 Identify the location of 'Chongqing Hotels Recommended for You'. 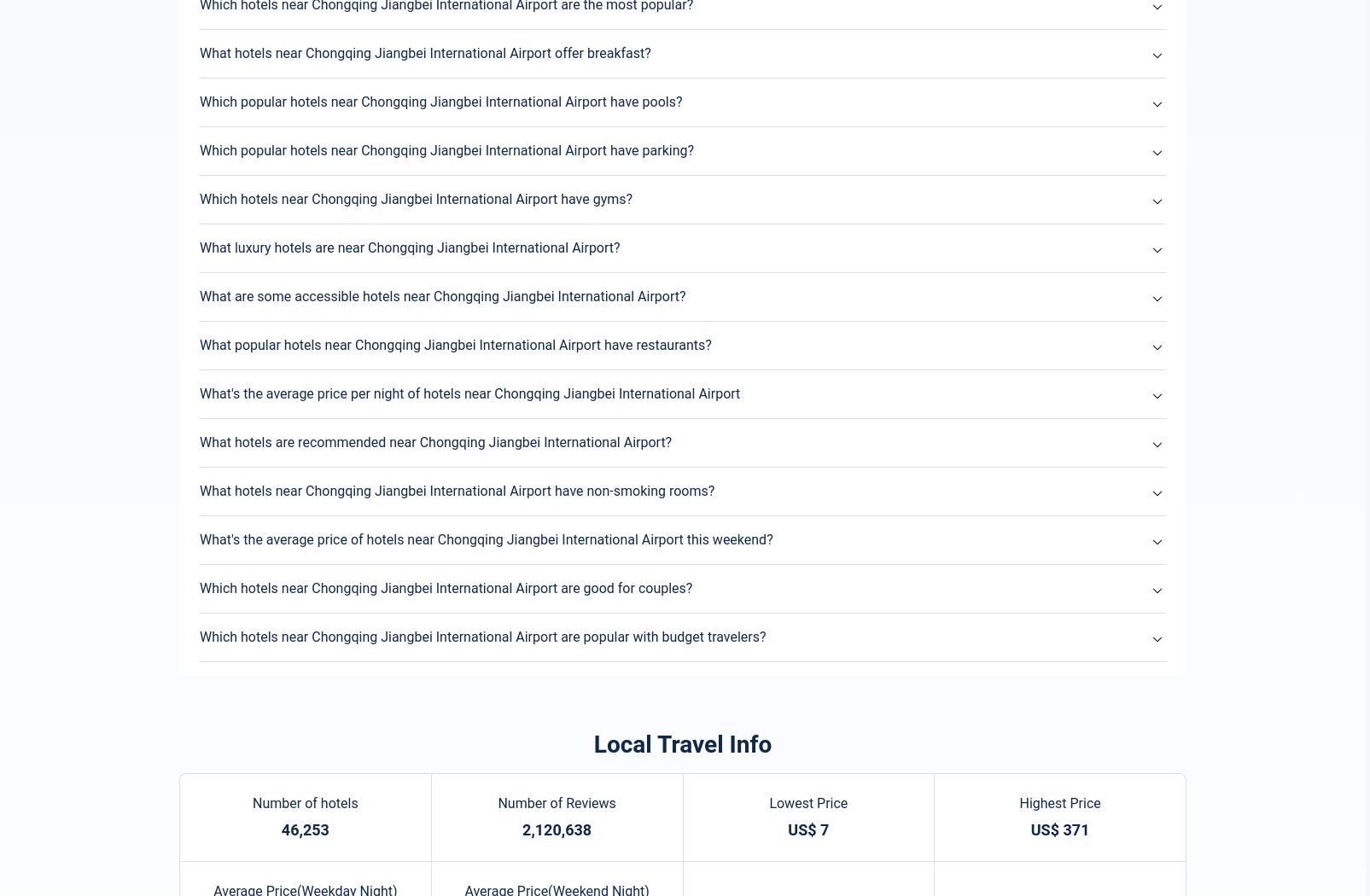
(414, 102).